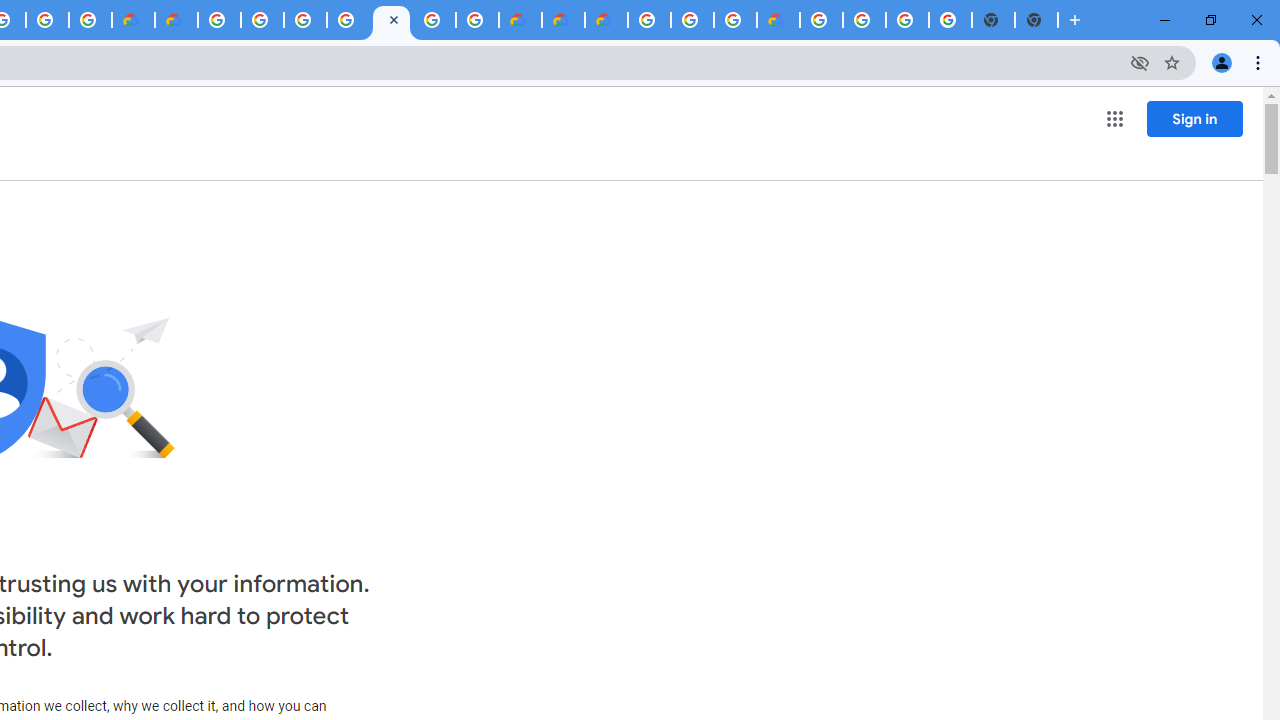 The width and height of the screenshot is (1280, 720). What do you see at coordinates (1036, 20) in the screenshot?
I see `'New Tab'` at bounding box center [1036, 20].